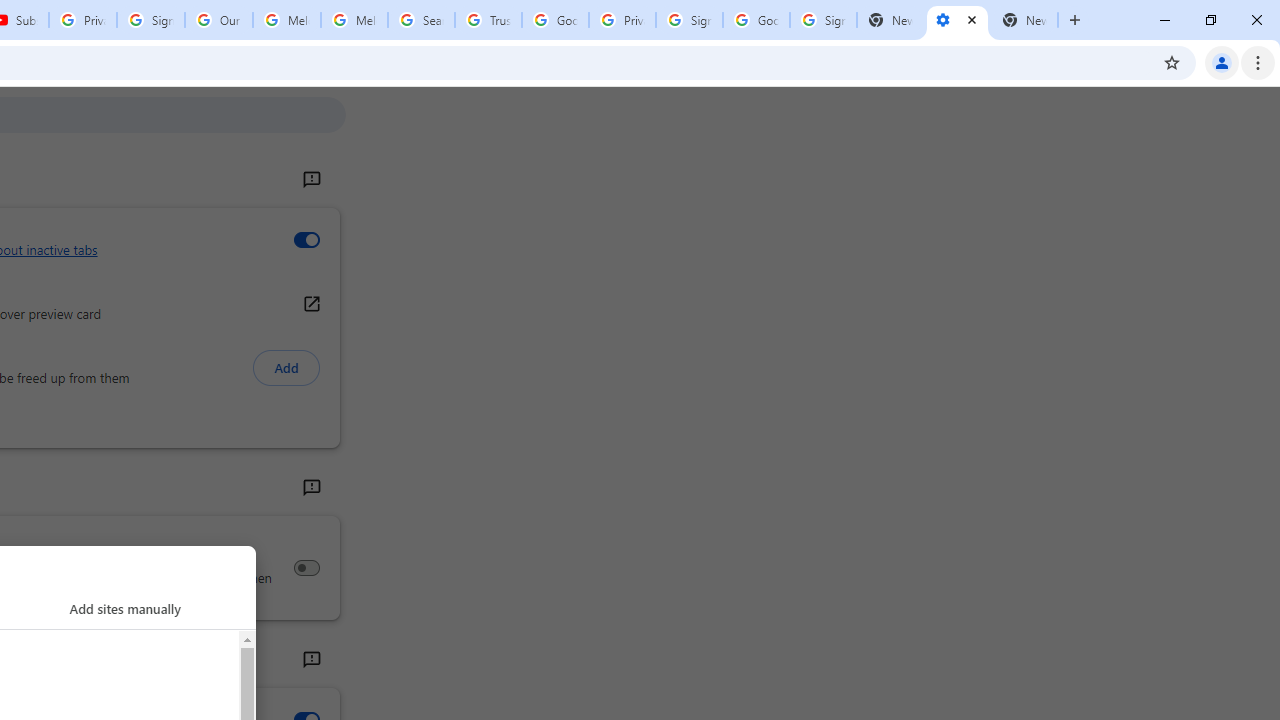 The image size is (1280, 720). I want to click on 'Google Cybersecurity Innovations - Google Safety Center', so click(755, 20).